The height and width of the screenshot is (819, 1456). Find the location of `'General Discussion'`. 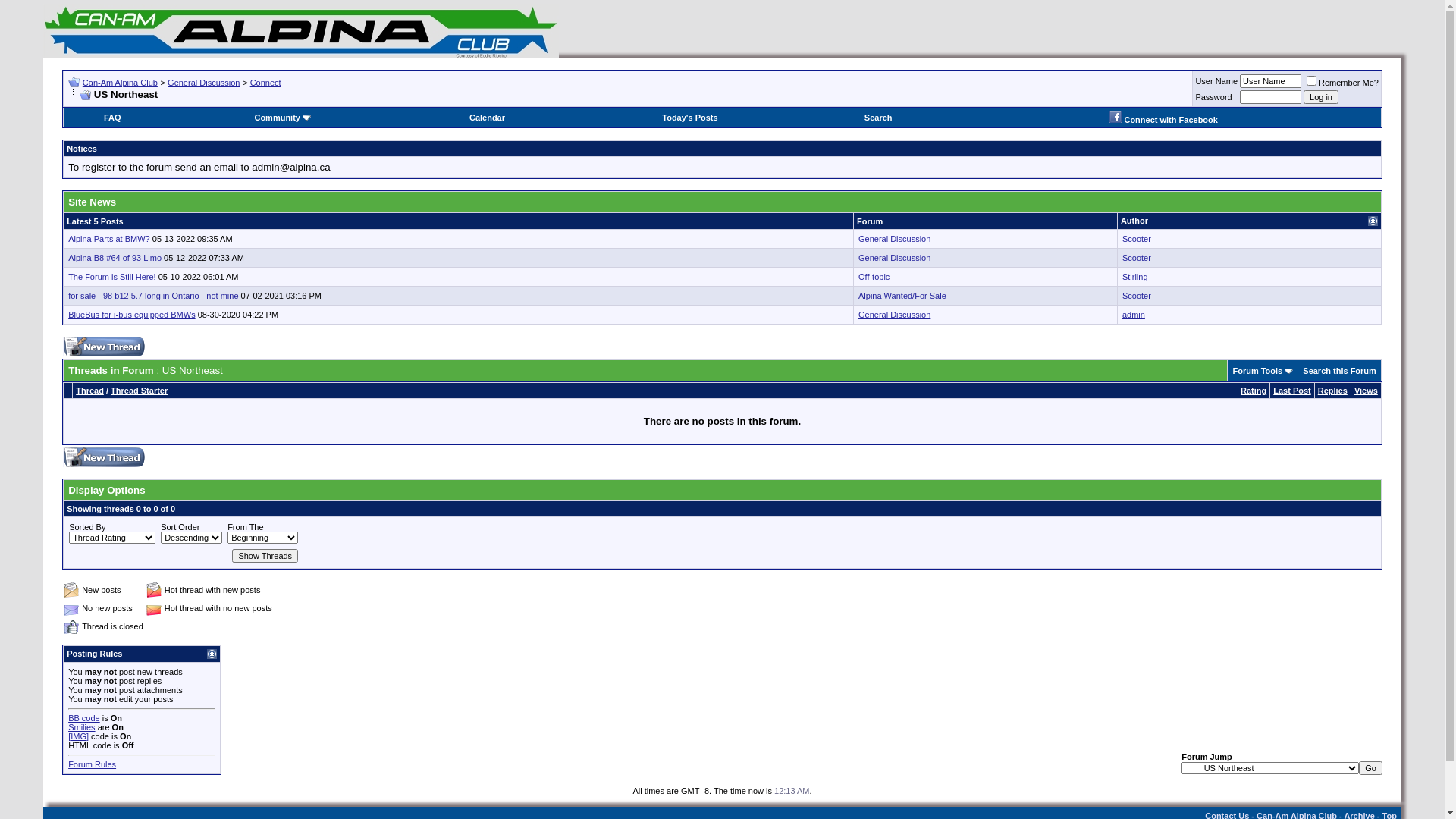

'General Discussion' is located at coordinates (894, 256).